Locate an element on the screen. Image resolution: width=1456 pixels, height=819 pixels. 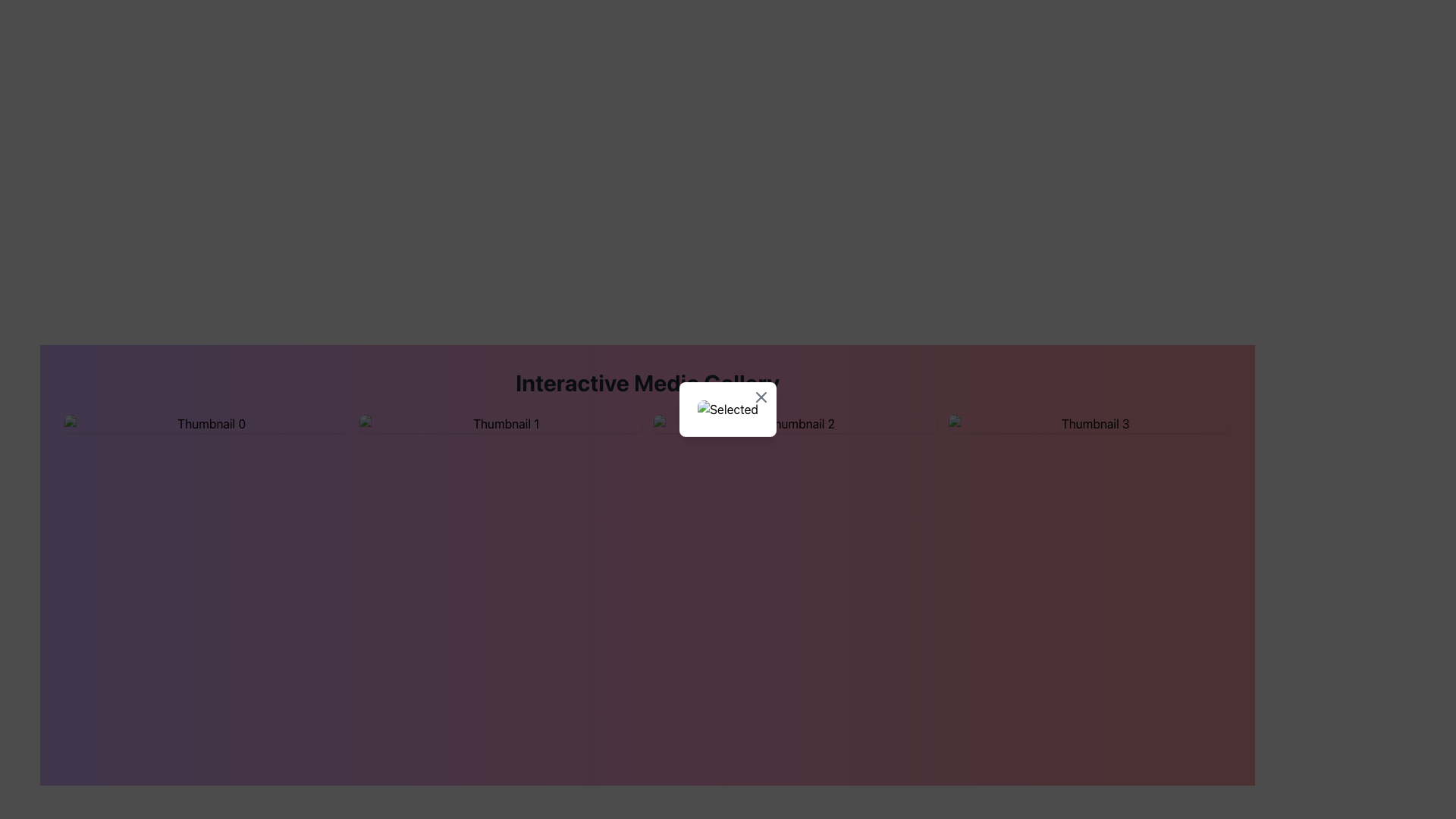
thumbnail image located in the third position of a four-column grid layout by hovering over it to view its visual details is located at coordinates (794, 424).